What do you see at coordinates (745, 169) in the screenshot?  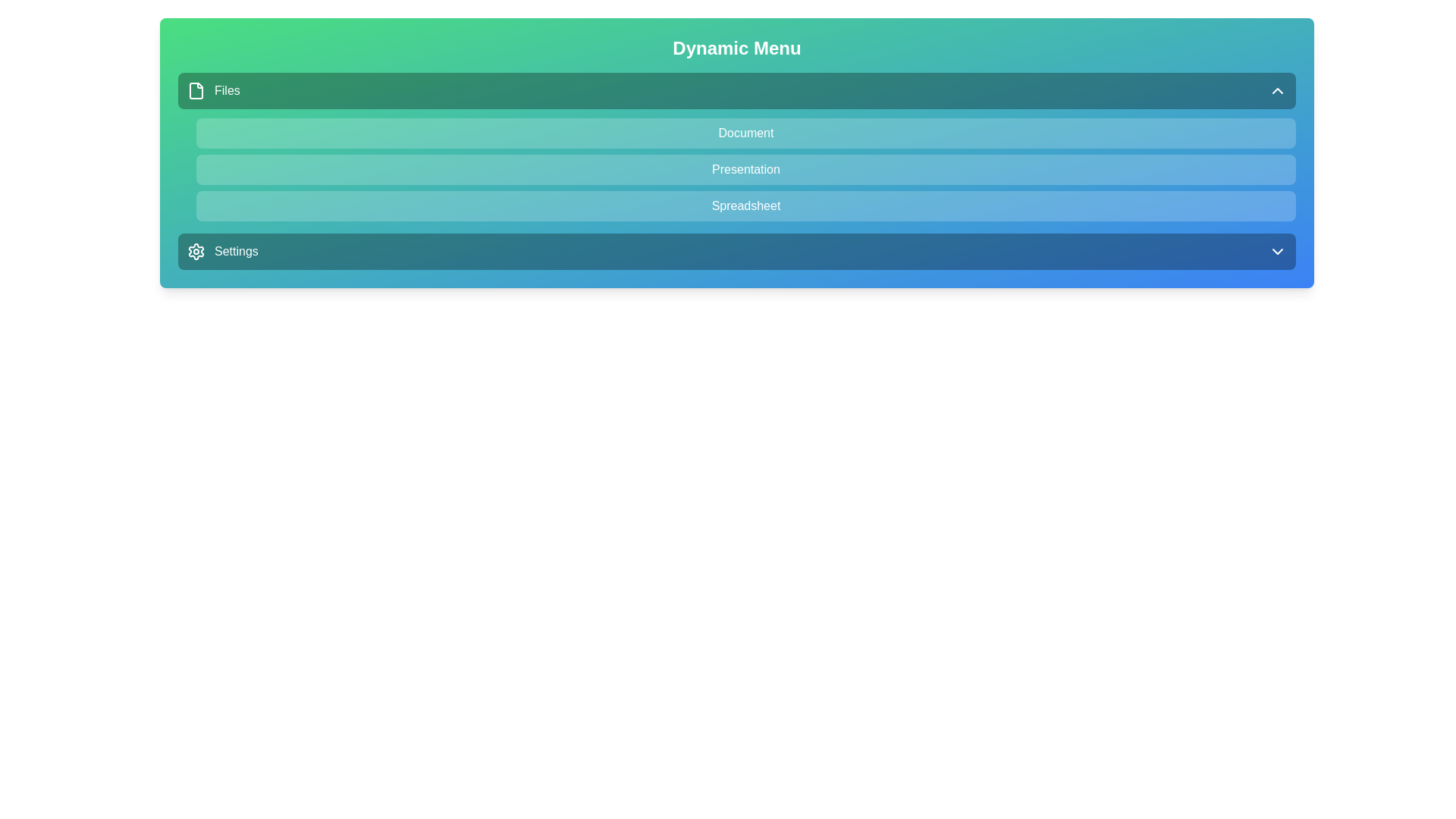 I see `the 'Presentation' button-like menu item, which is the second option in a vertical menu stacked between 'Document' and 'Spreadsheet'` at bounding box center [745, 169].